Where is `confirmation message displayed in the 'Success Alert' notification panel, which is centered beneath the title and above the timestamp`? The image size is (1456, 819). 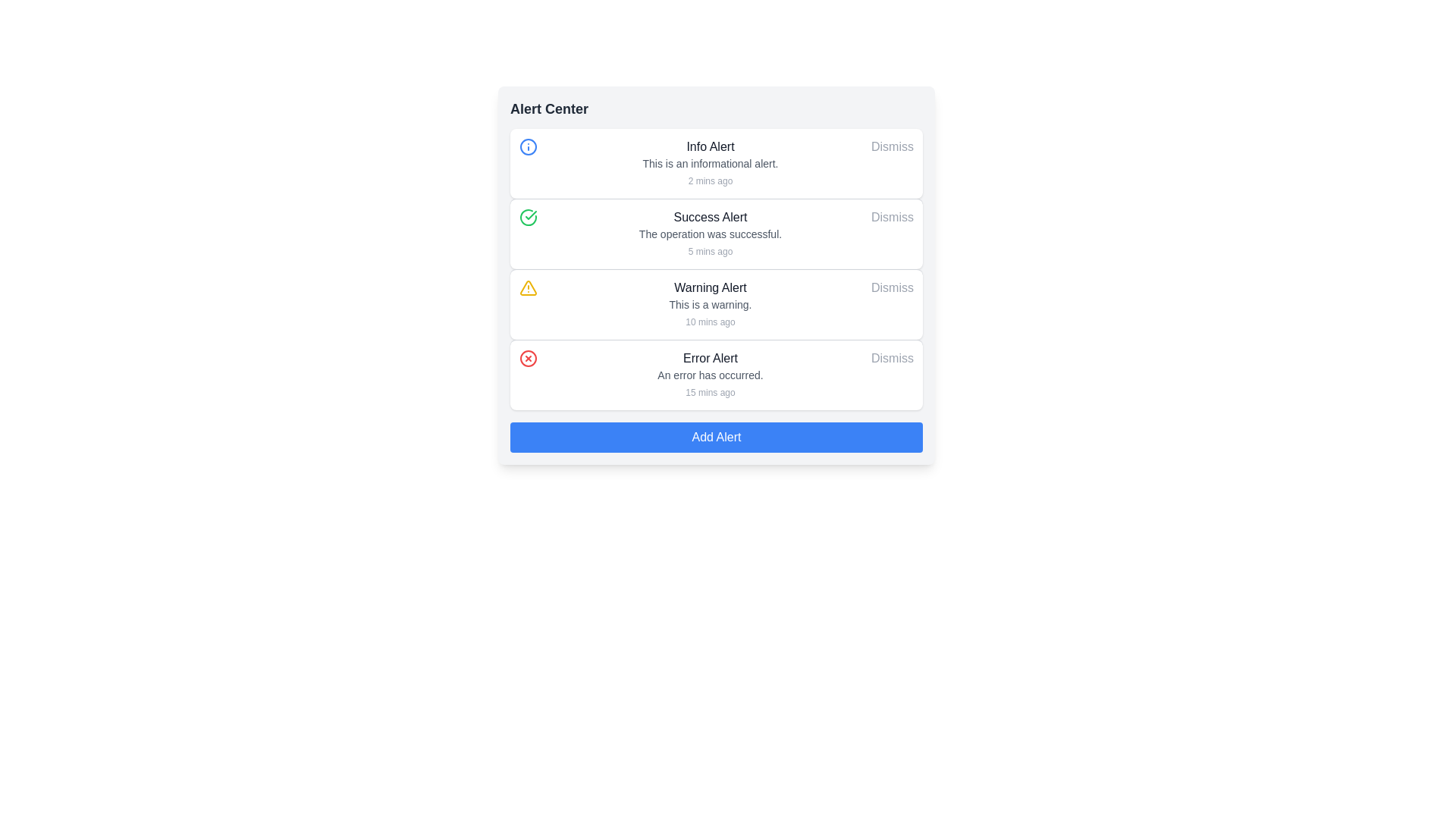 confirmation message displayed in the 'Success Alert' notification panel, which is centered beneath the title and above the timestamp is located at coordinates (709, 234).